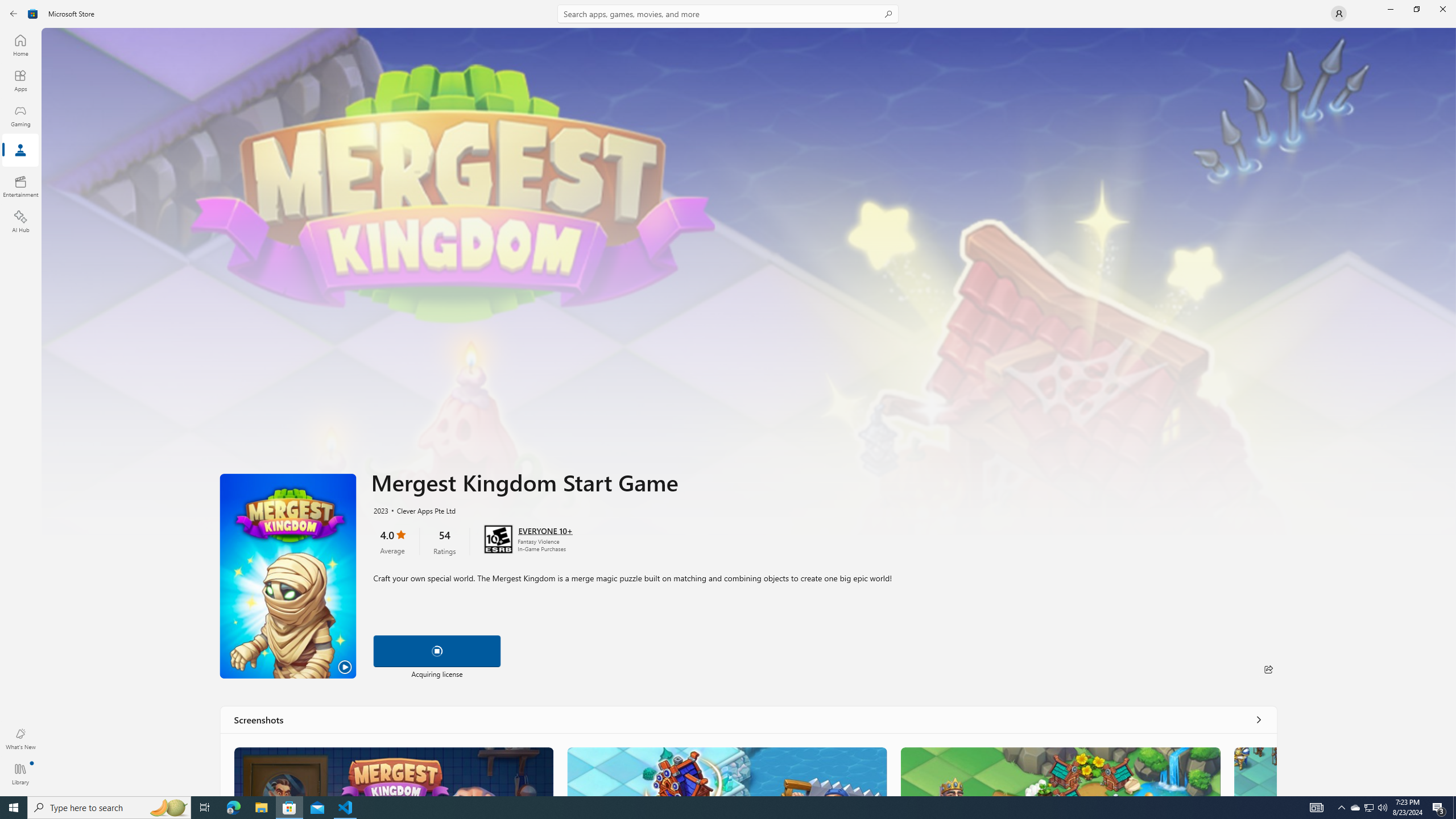 The width and height of the screenshot is (1456, 819). I want to click on 'Search', so click(728, 13).